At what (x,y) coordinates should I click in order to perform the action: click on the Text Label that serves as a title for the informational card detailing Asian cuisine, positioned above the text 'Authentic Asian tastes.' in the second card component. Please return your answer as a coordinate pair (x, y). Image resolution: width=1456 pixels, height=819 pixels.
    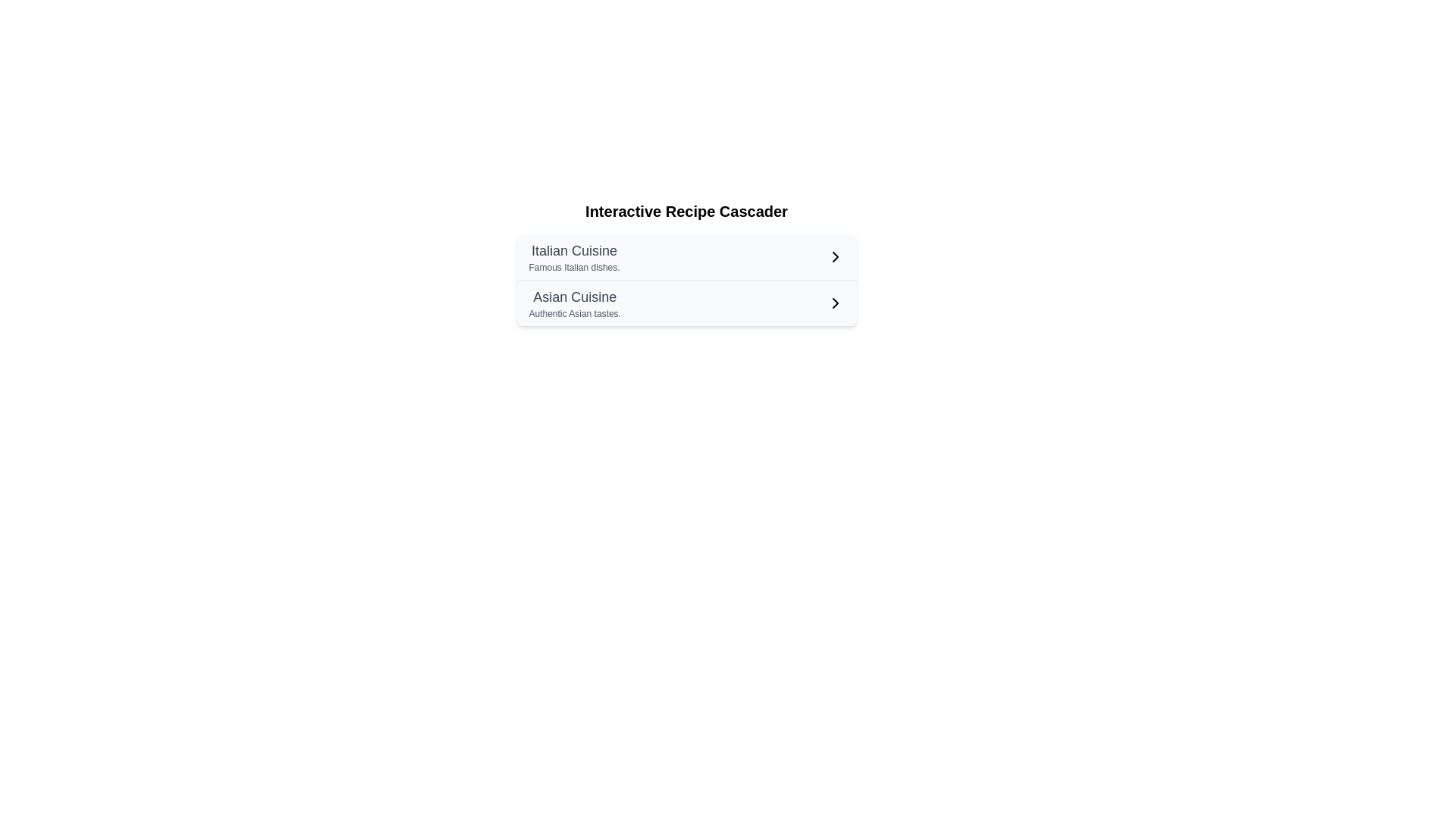
    Looking at the image, I should click on (574, 297).